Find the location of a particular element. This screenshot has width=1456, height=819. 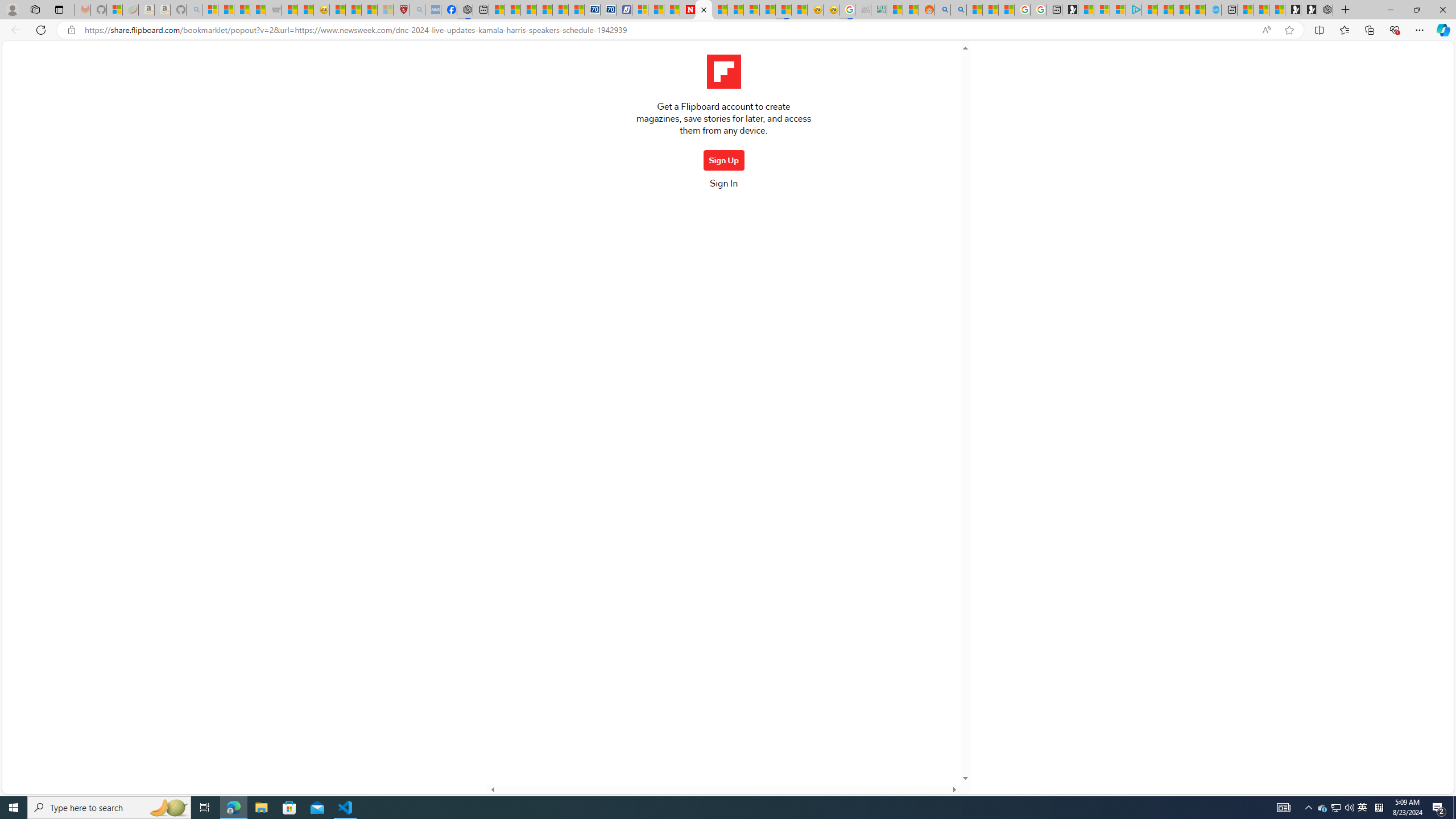

'Sign Up' is located at coordinates (723, 159).